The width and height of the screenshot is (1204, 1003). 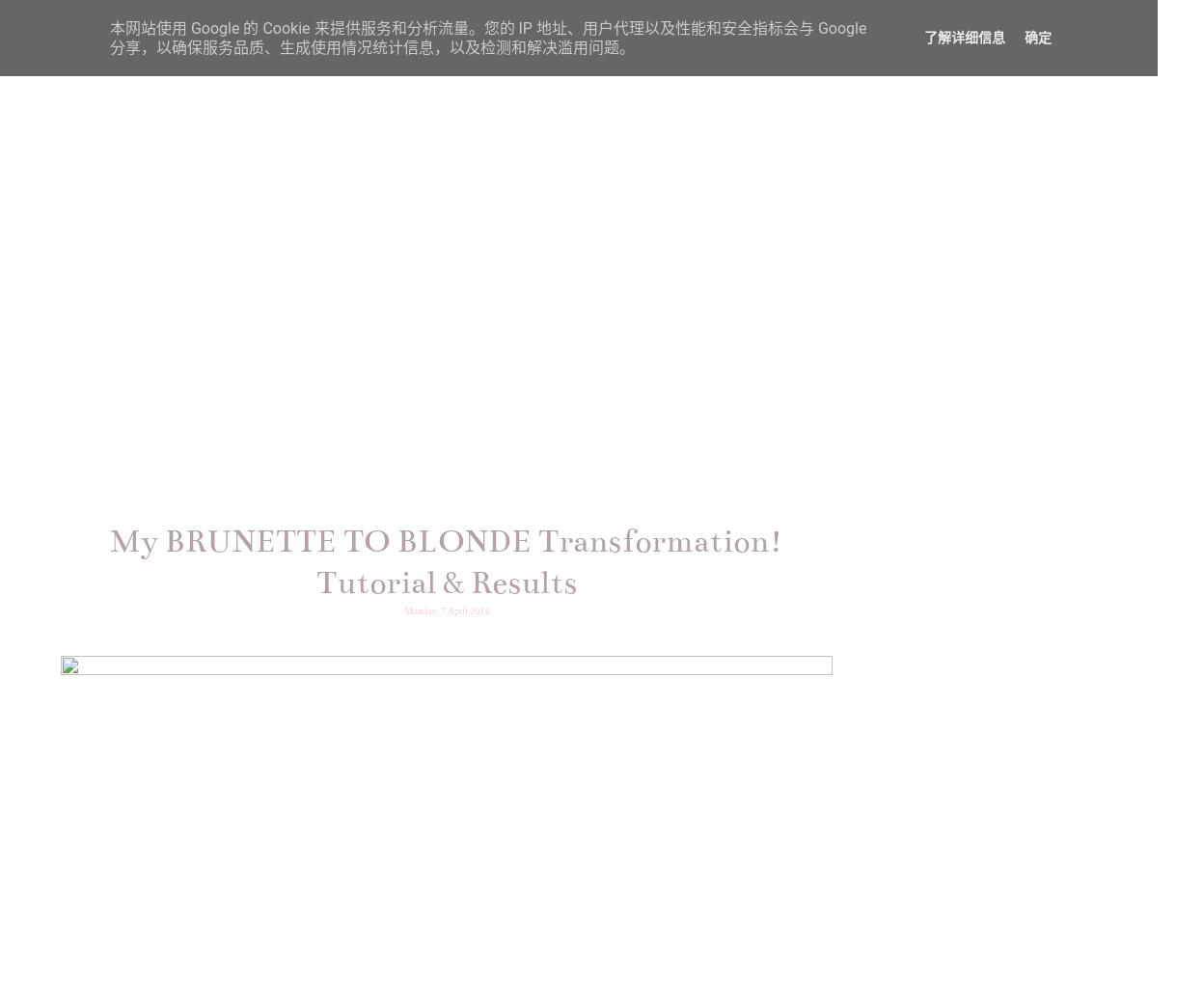 What do you see at coordinates (834, 68) in the screenshot?
I see `'FASHION'` at bounding box center [834, 68].